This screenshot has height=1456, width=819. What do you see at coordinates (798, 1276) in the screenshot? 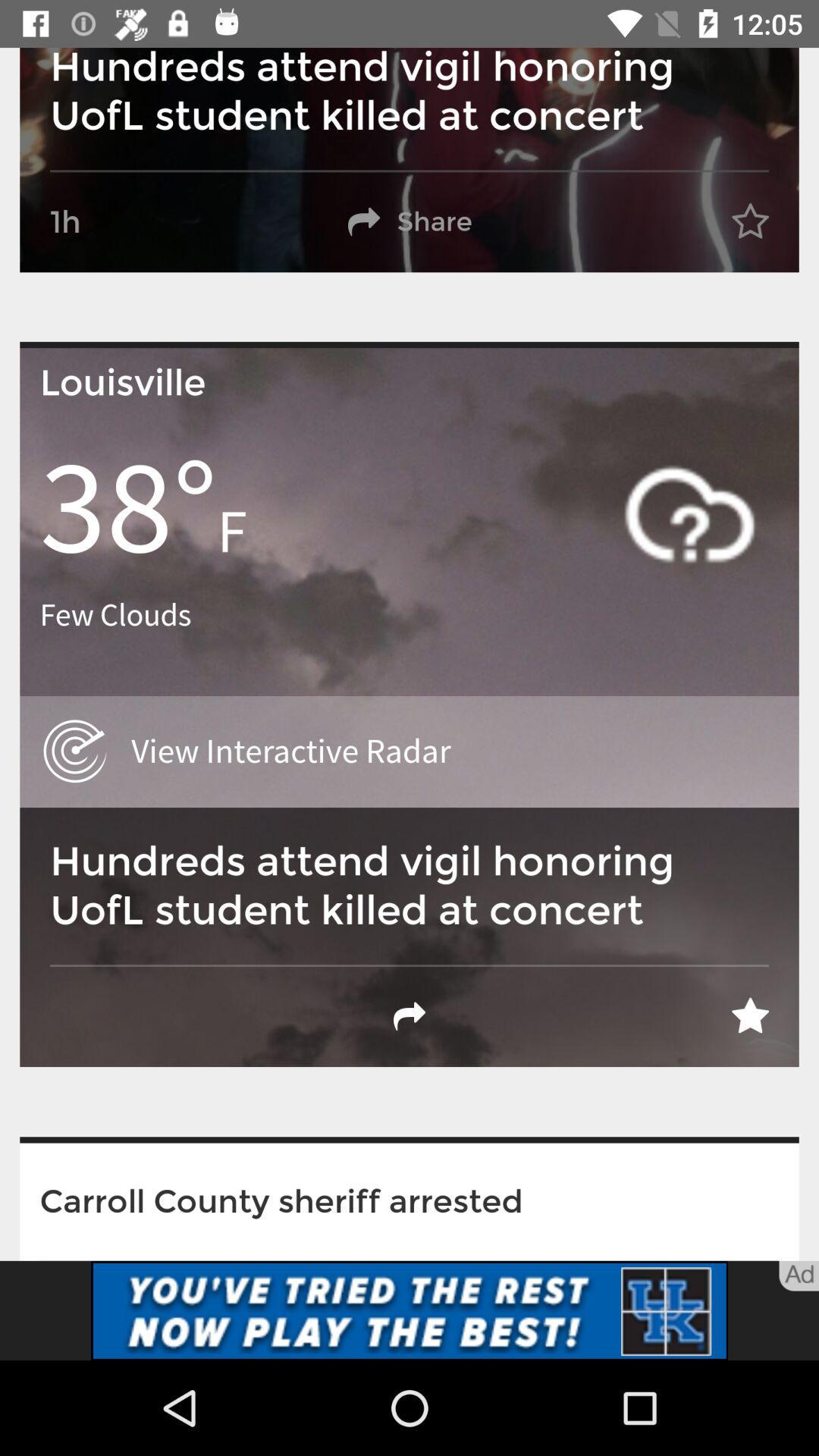
I see `ad icon` at bounding box center [798, 1276].